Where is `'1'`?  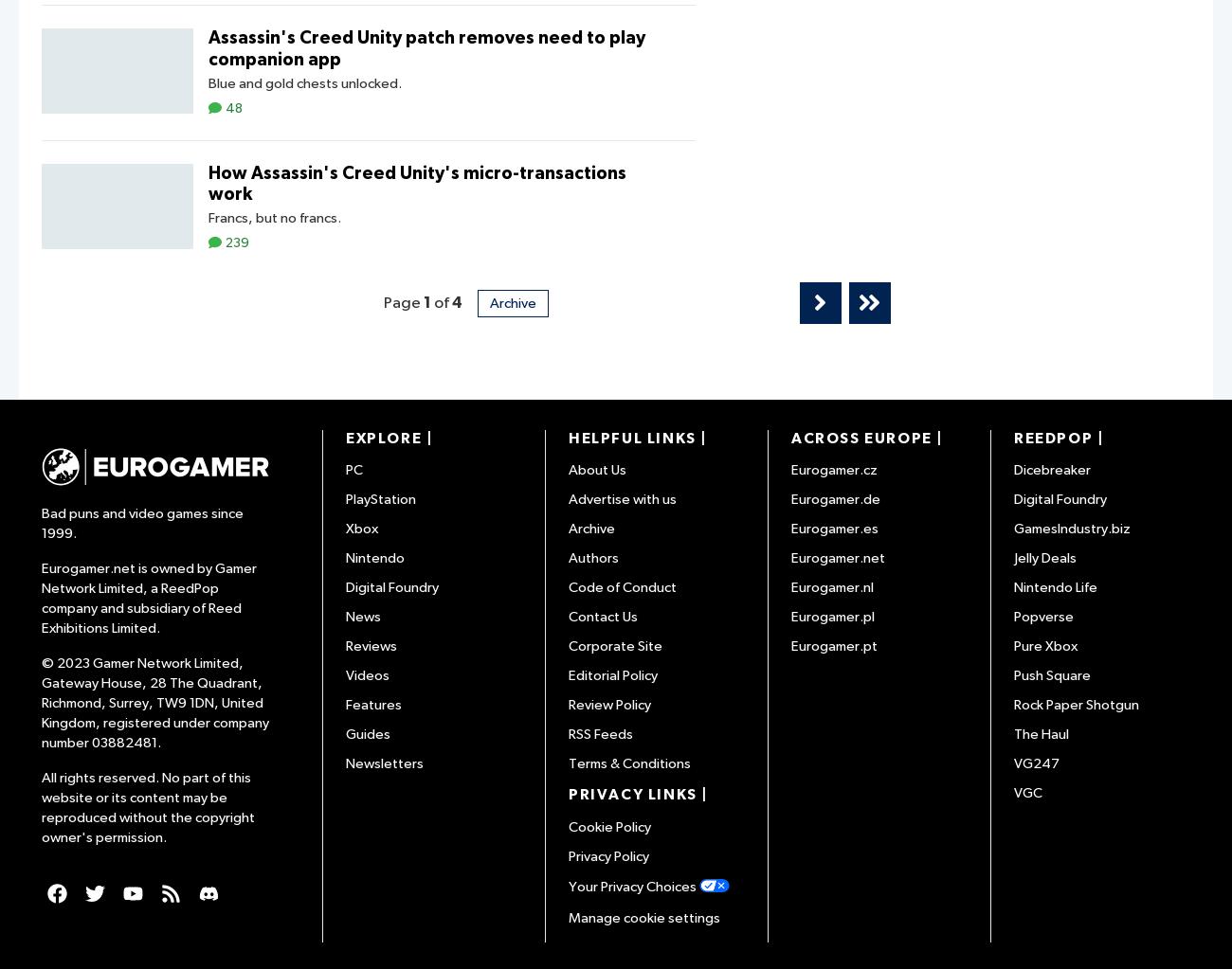 '1' is located at coordinates (426, 302).